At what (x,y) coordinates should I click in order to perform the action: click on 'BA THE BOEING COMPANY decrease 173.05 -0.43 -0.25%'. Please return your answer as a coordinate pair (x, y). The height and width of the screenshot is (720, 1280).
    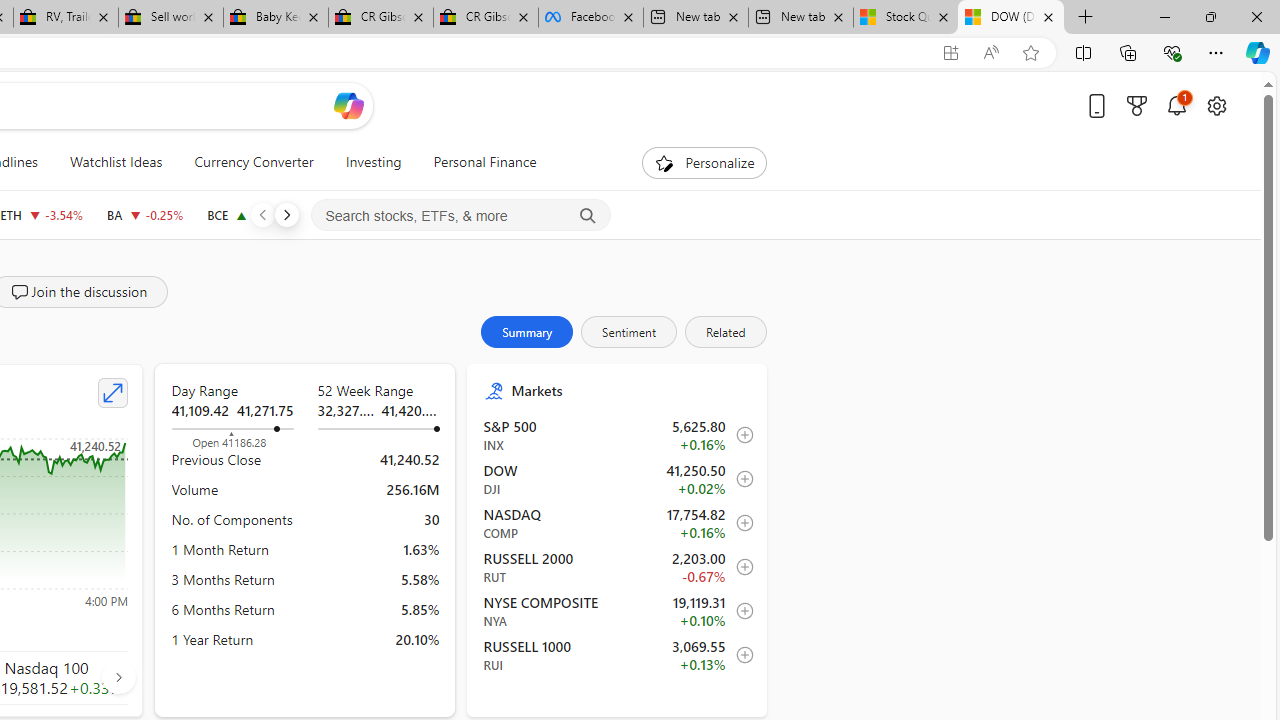
    Looking at the image, I should click on (144, 214).